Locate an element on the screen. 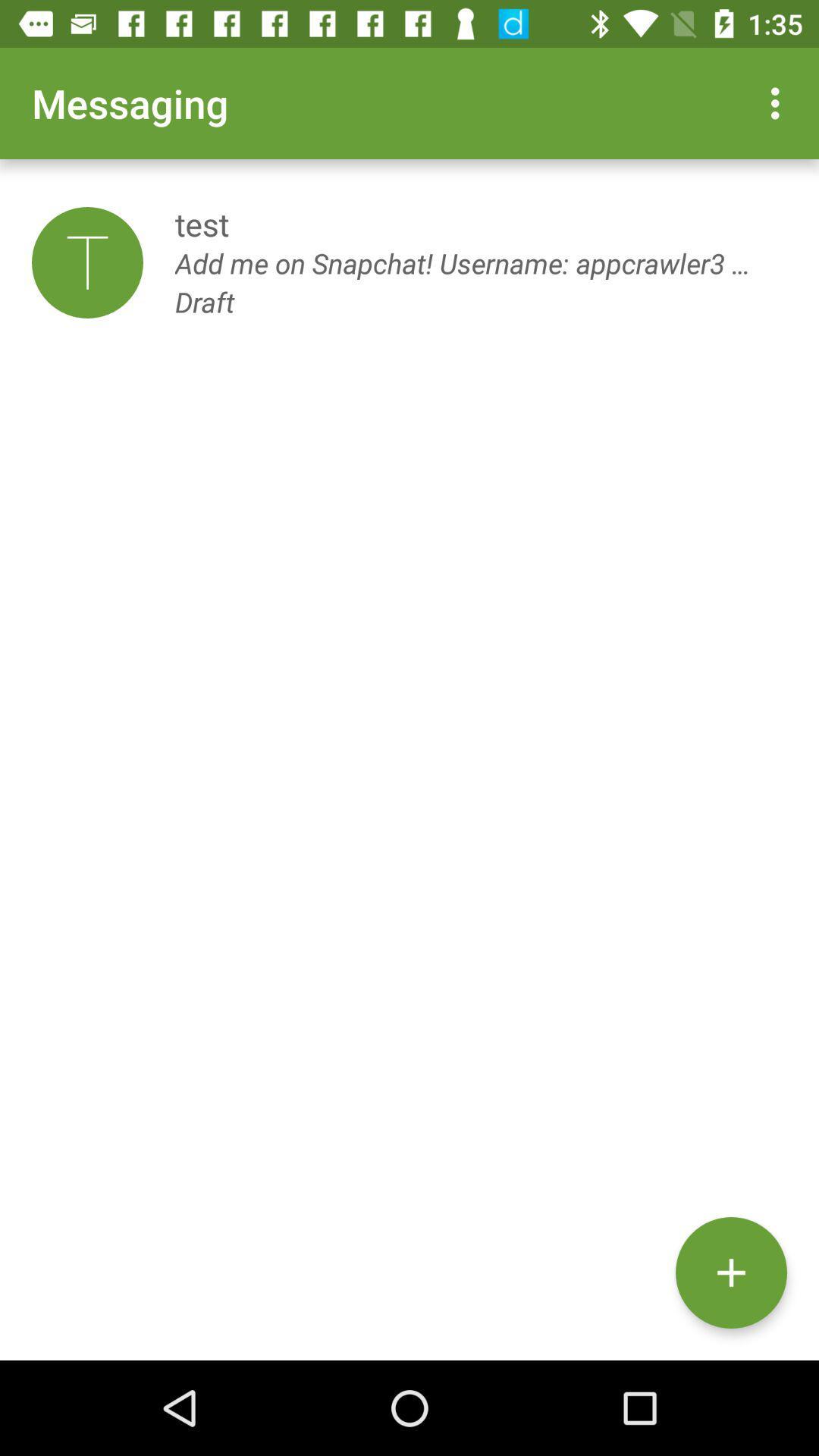 The height and width of the screenshot is (1456, 819). item at the bottom right corner is located at coordinates (730, 1272).